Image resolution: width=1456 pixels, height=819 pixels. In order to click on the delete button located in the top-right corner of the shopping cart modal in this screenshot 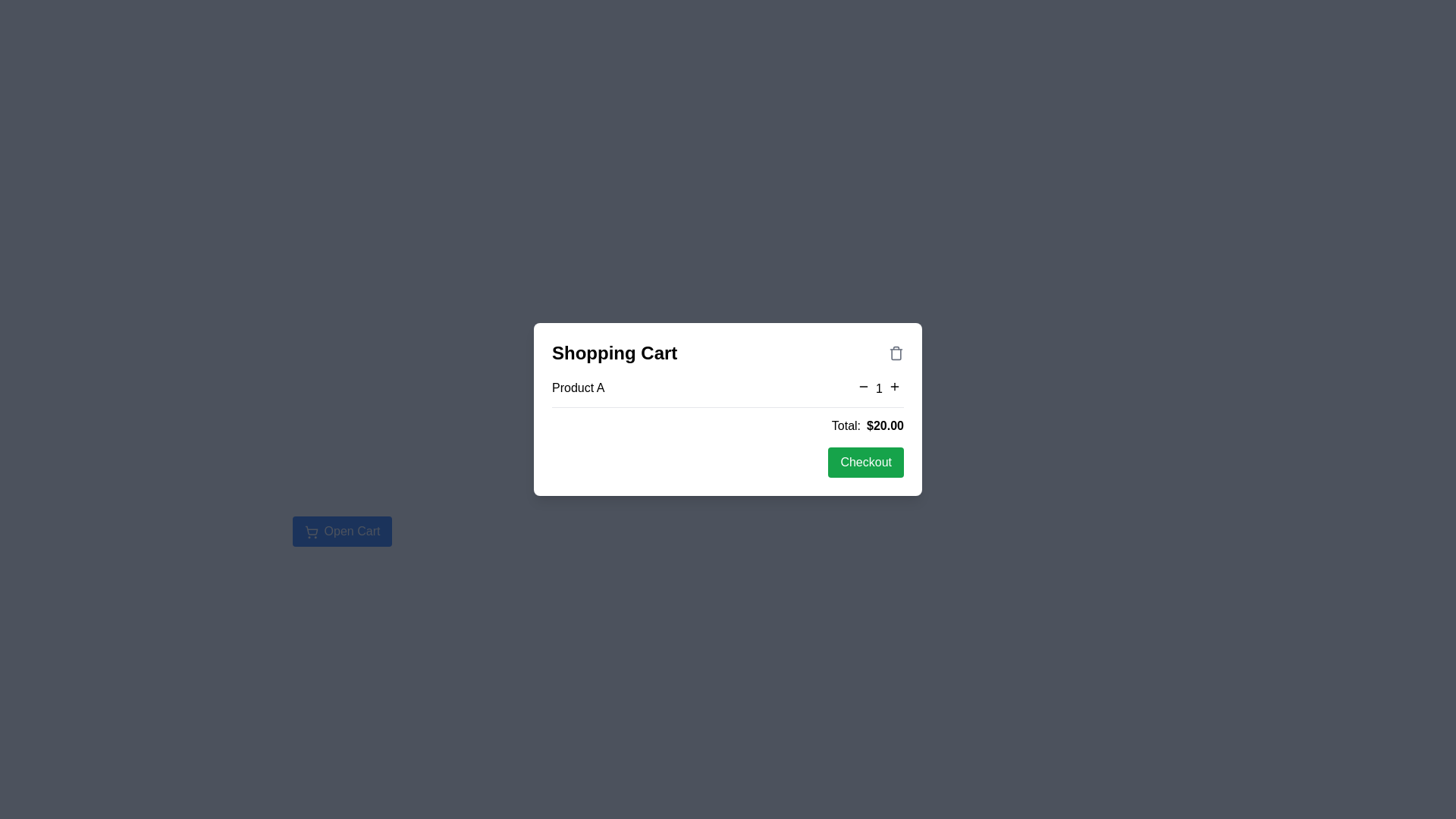, I will do `click(896, 353)`.